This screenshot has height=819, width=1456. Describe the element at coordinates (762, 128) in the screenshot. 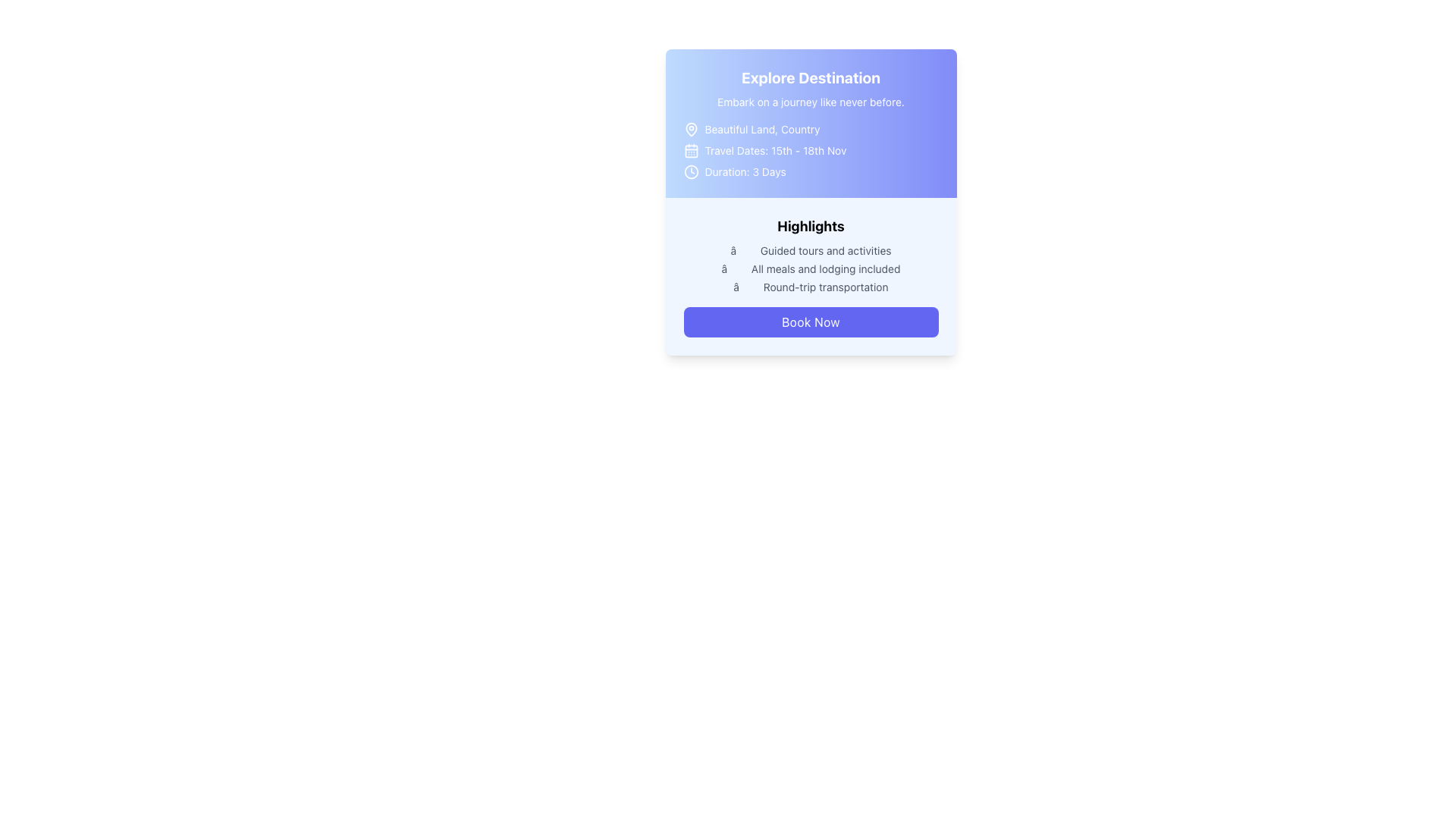

I see `the text label displaying 'Beautiful Land, Country', which is styled with white text on a light blue background and is positioned below the title 'Explore Destination'` at that location.